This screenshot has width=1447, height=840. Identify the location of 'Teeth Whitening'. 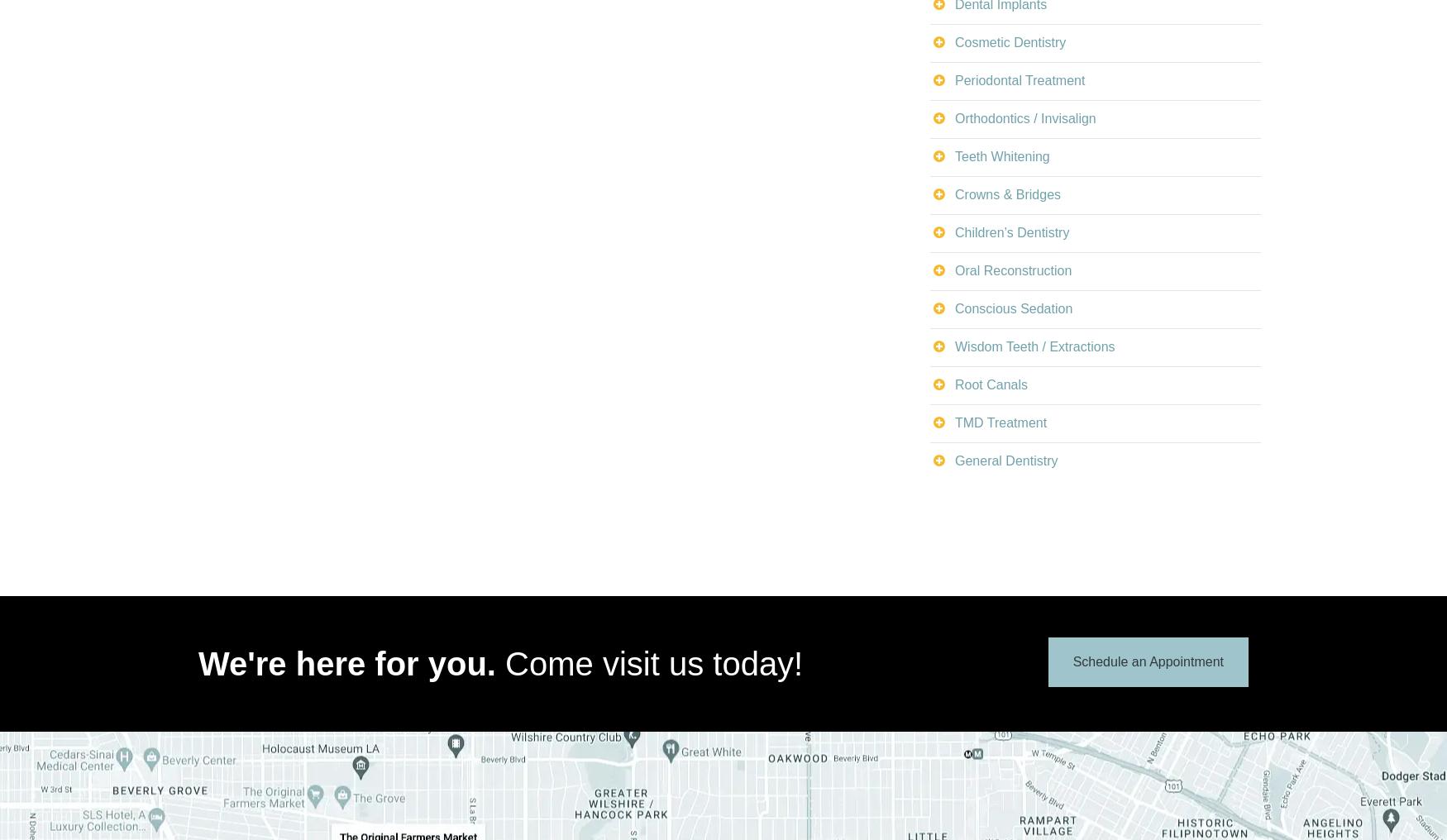
(1002, 155).